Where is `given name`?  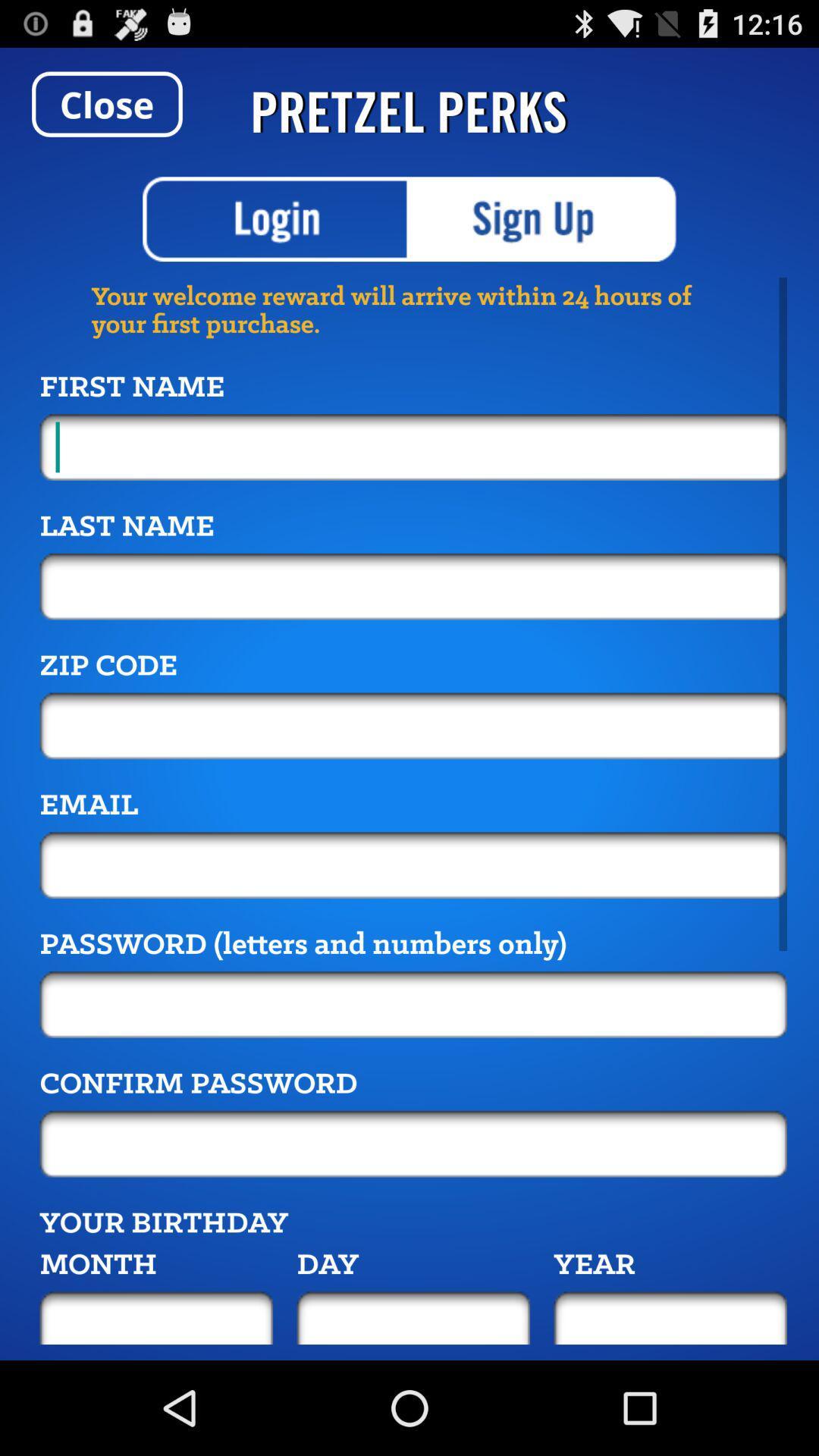 given name is located at coordinates (413, 446).